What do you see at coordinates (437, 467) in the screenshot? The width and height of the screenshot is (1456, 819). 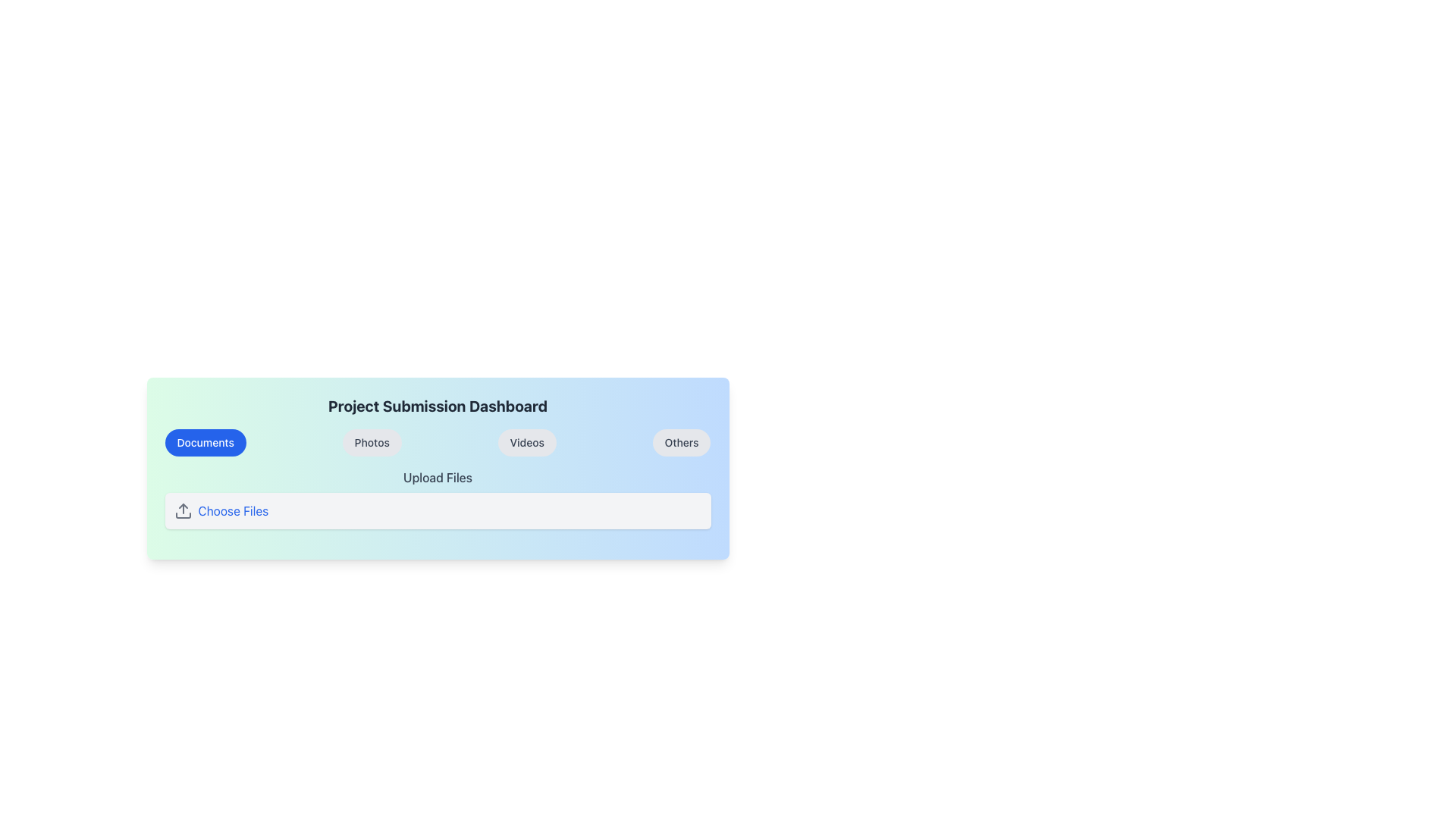 I see `files into the upload bar located at the center of the project submission dashboard interface` at bounding box center [437, 467].